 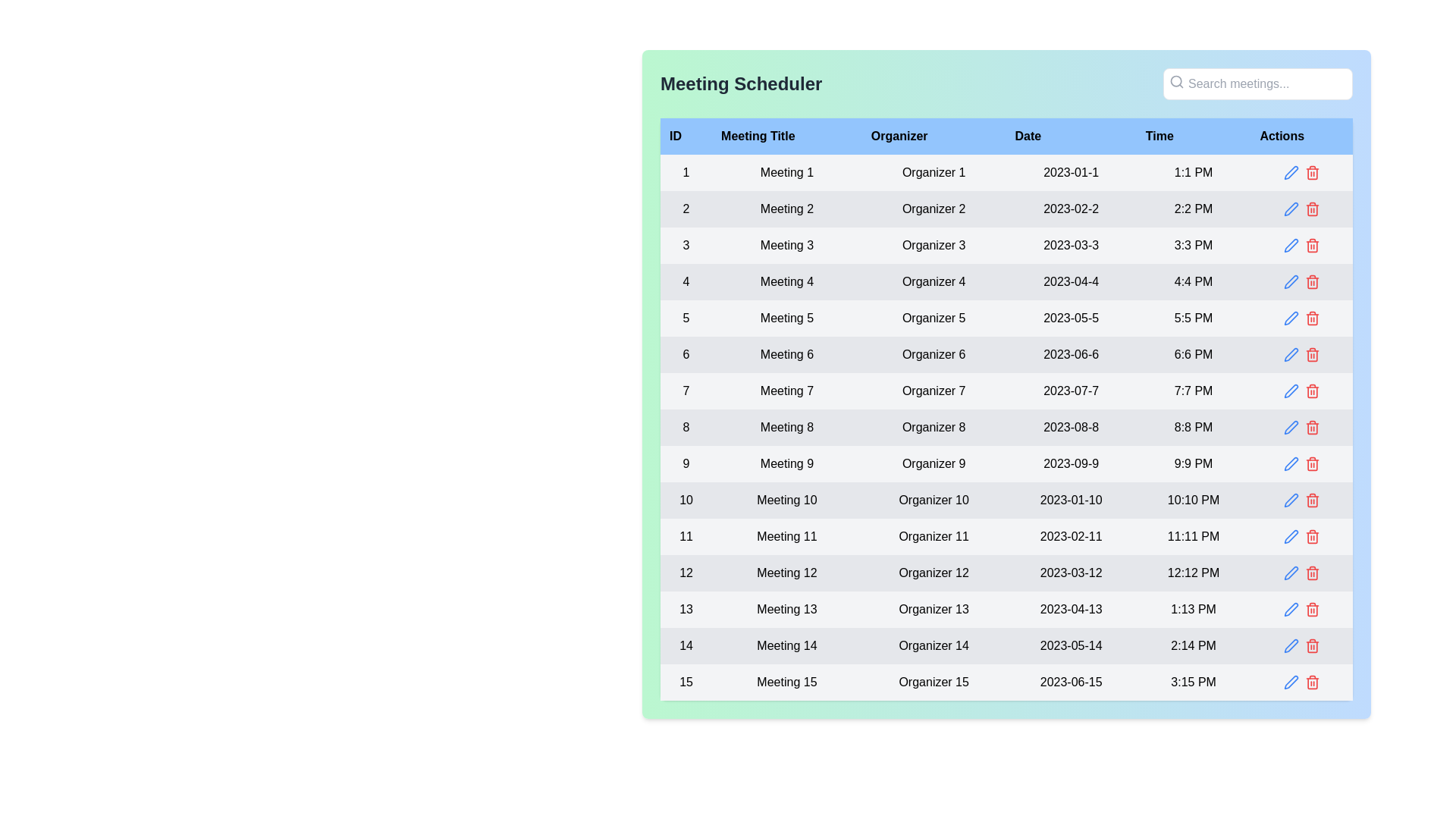 I want to click on the edit icon (pencil) in the Actions column of the last row for 'Meeting 7', so click(x=1301, y=391).